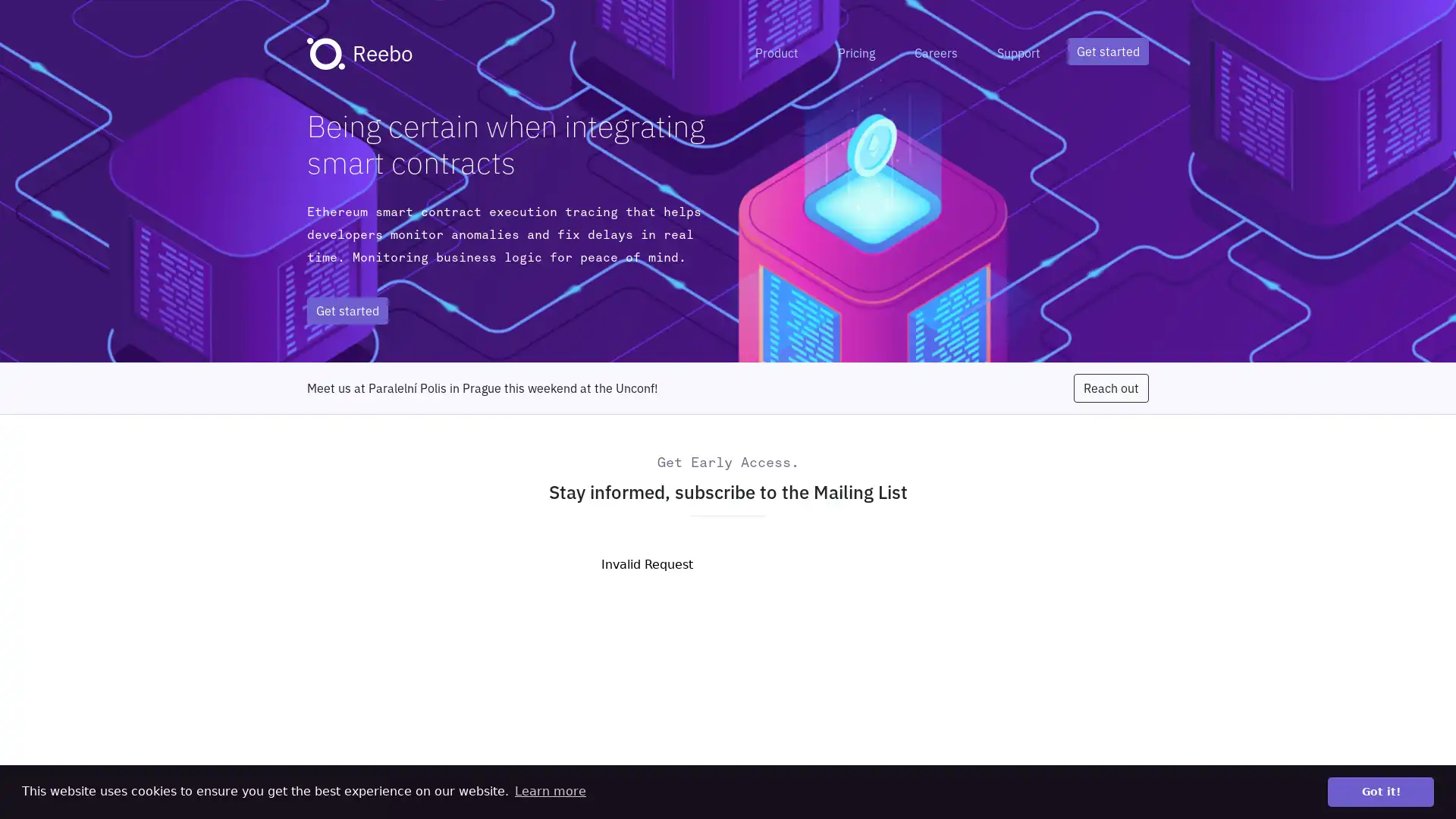  Describe the element at coordinates (347, 309) in the screenshot. I see `Get started` at that location.